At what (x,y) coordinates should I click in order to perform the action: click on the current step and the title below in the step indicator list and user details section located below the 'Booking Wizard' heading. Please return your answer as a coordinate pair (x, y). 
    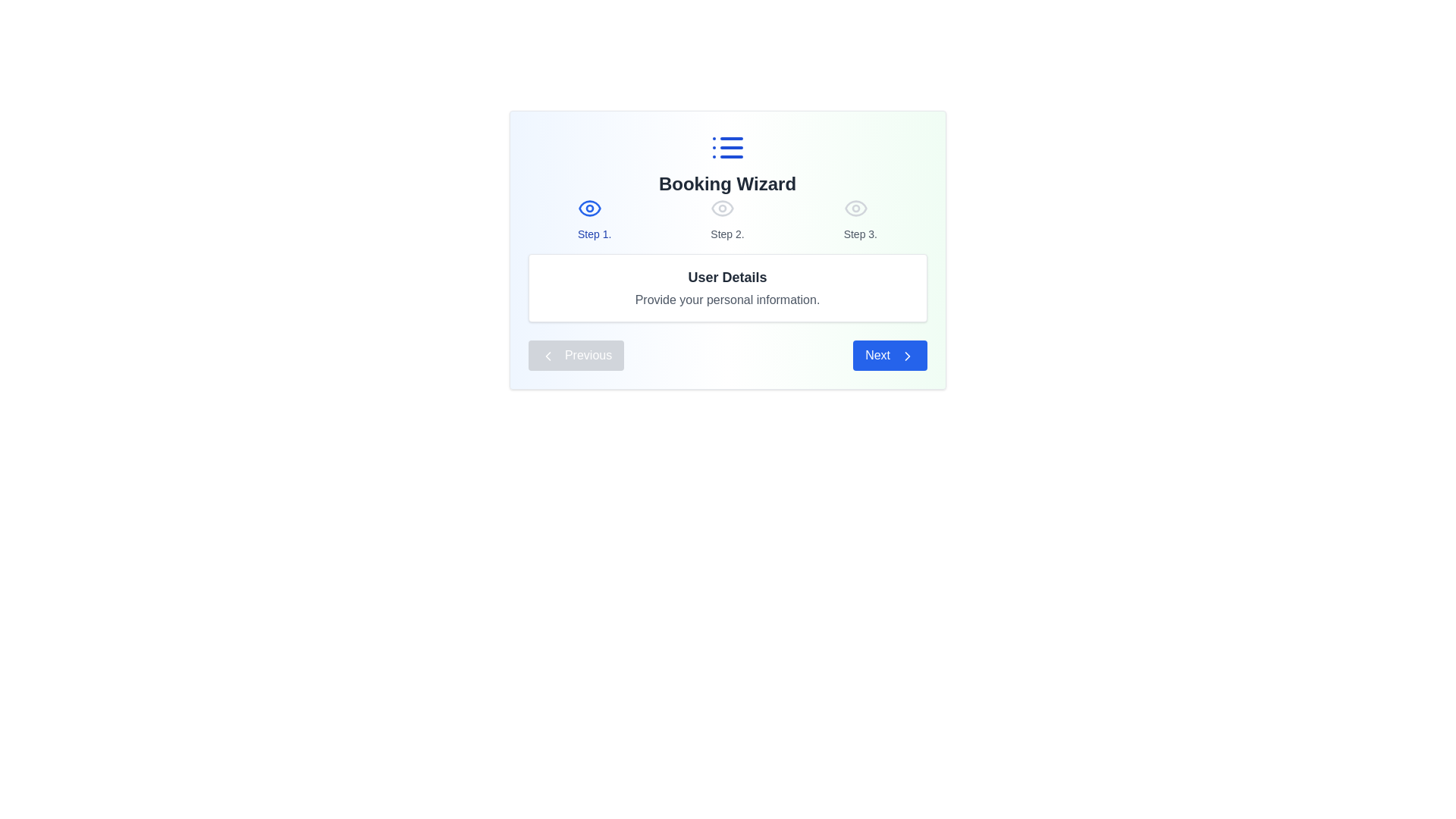
    Looking at the image, I should click on (726, 259).